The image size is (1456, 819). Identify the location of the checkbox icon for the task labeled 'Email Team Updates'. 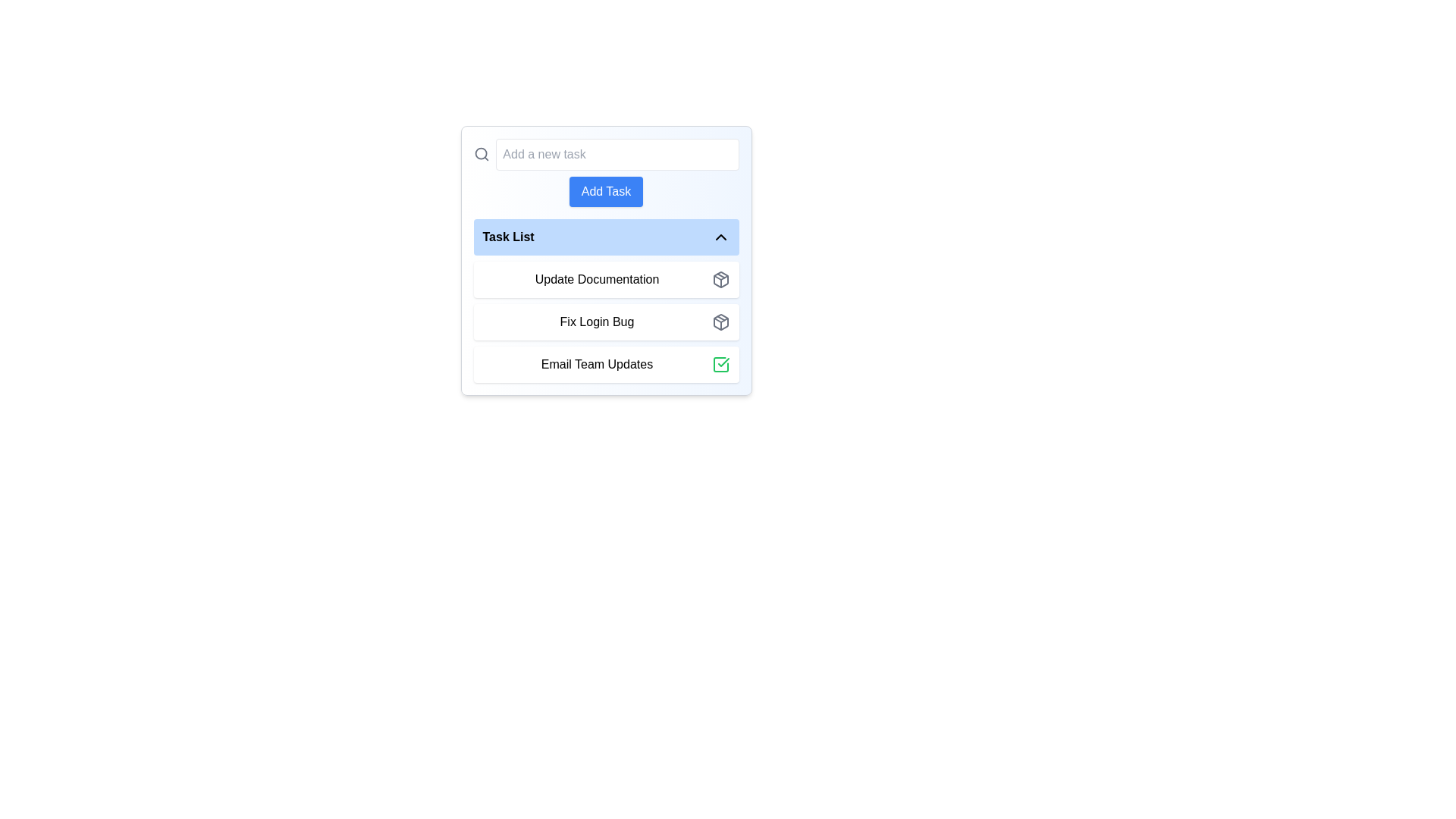
(720, 365).